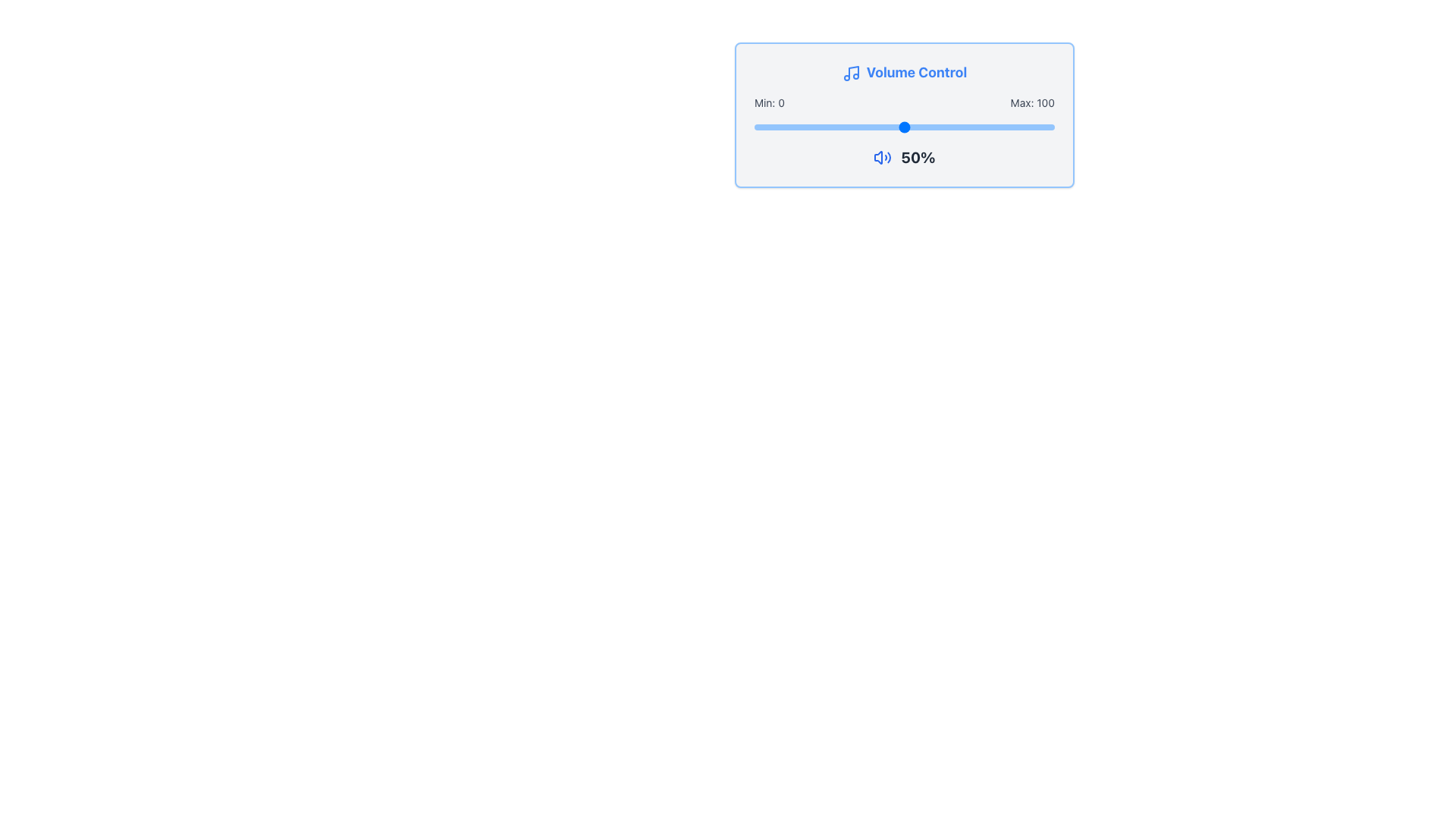 Image resolution: width=1456 pixels, height=819 pixels. What do you see at coordinates (937, 127) in the screenshot?
I see `the slider` at bounding box center [937, 127].